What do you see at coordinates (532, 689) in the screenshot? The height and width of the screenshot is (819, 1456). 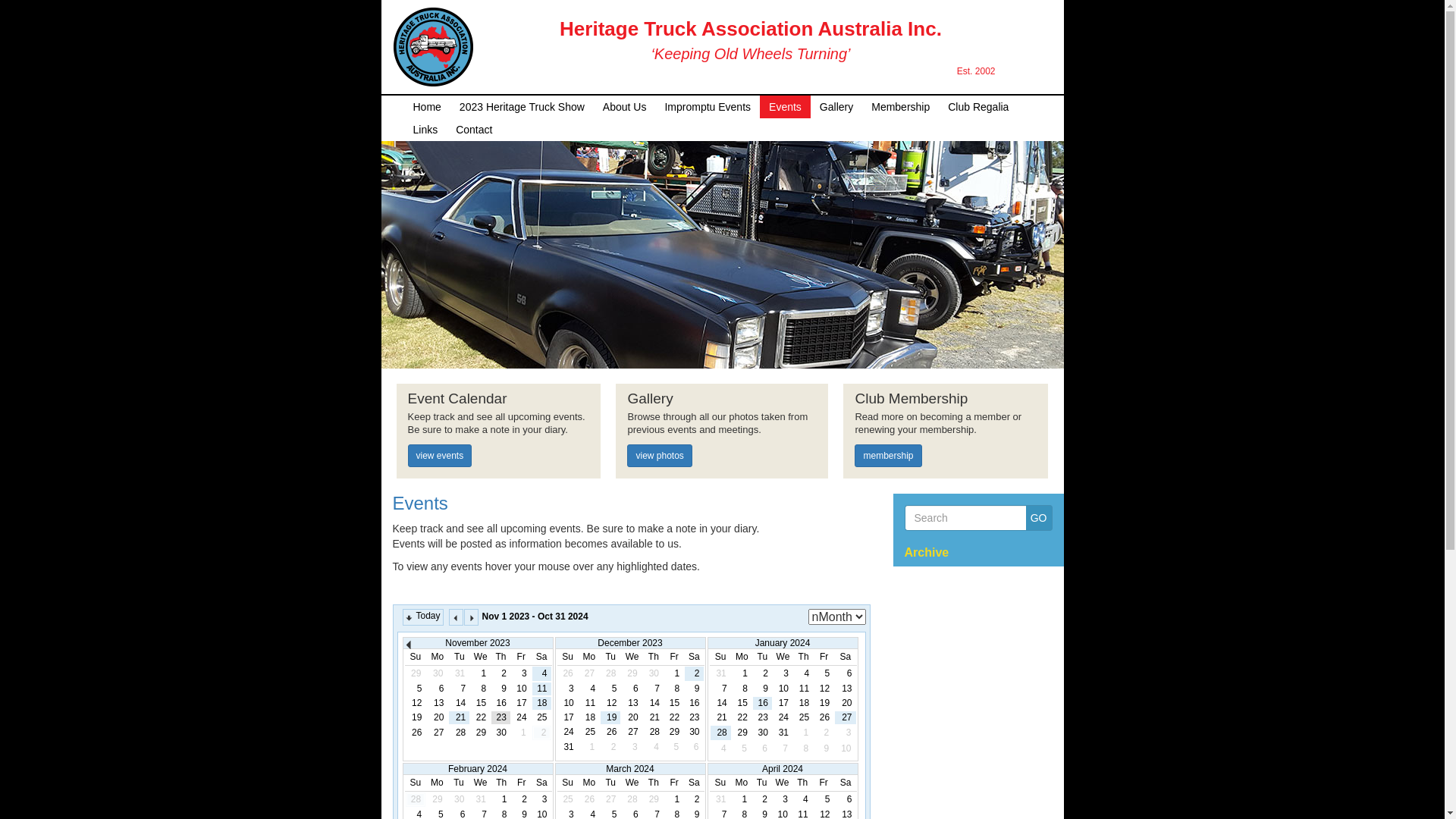 I see `'11'` at bounding box center [532, 689].